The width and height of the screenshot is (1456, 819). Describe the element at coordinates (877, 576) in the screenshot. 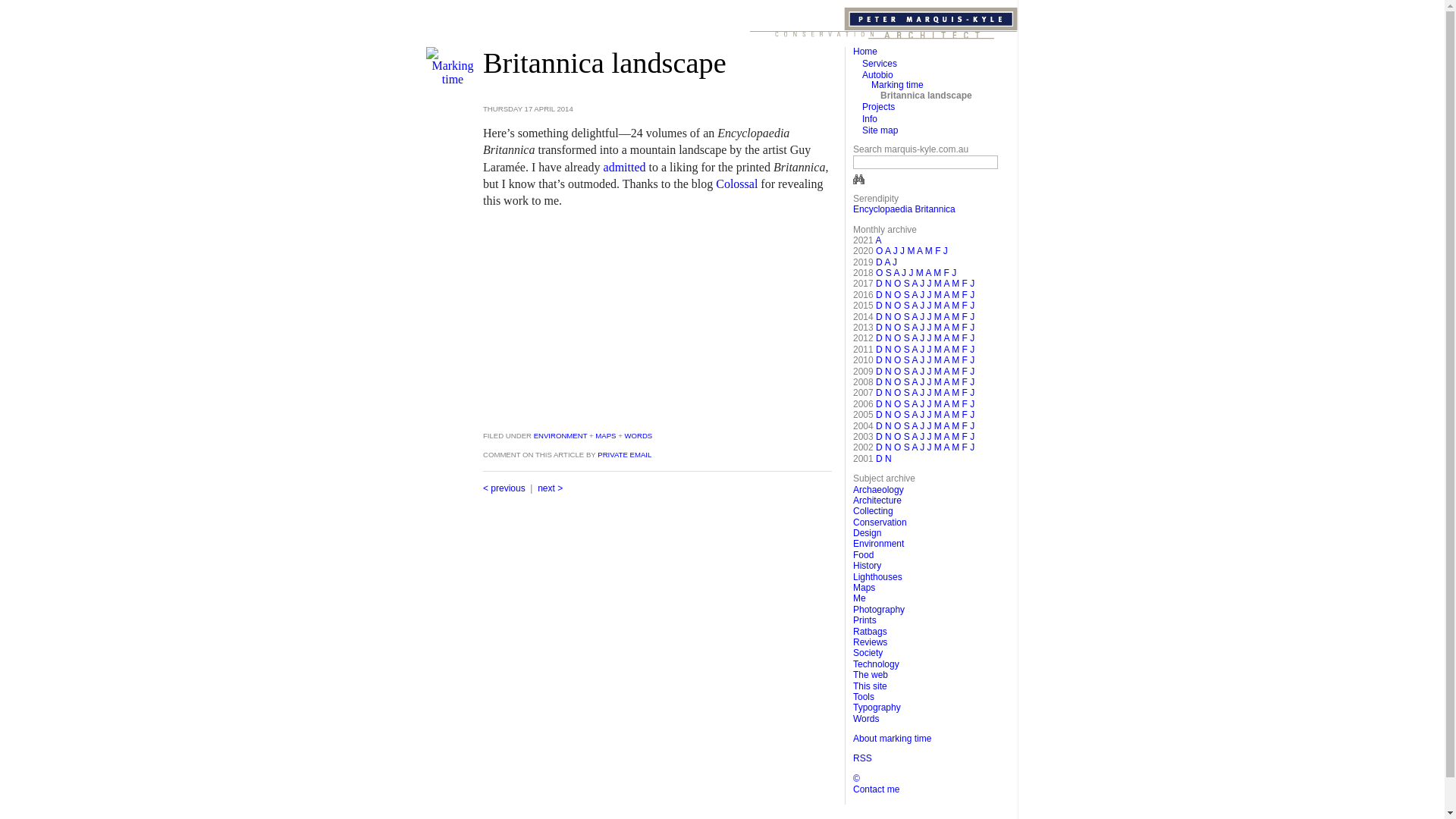

I see `'Lighthouses'` at that location.